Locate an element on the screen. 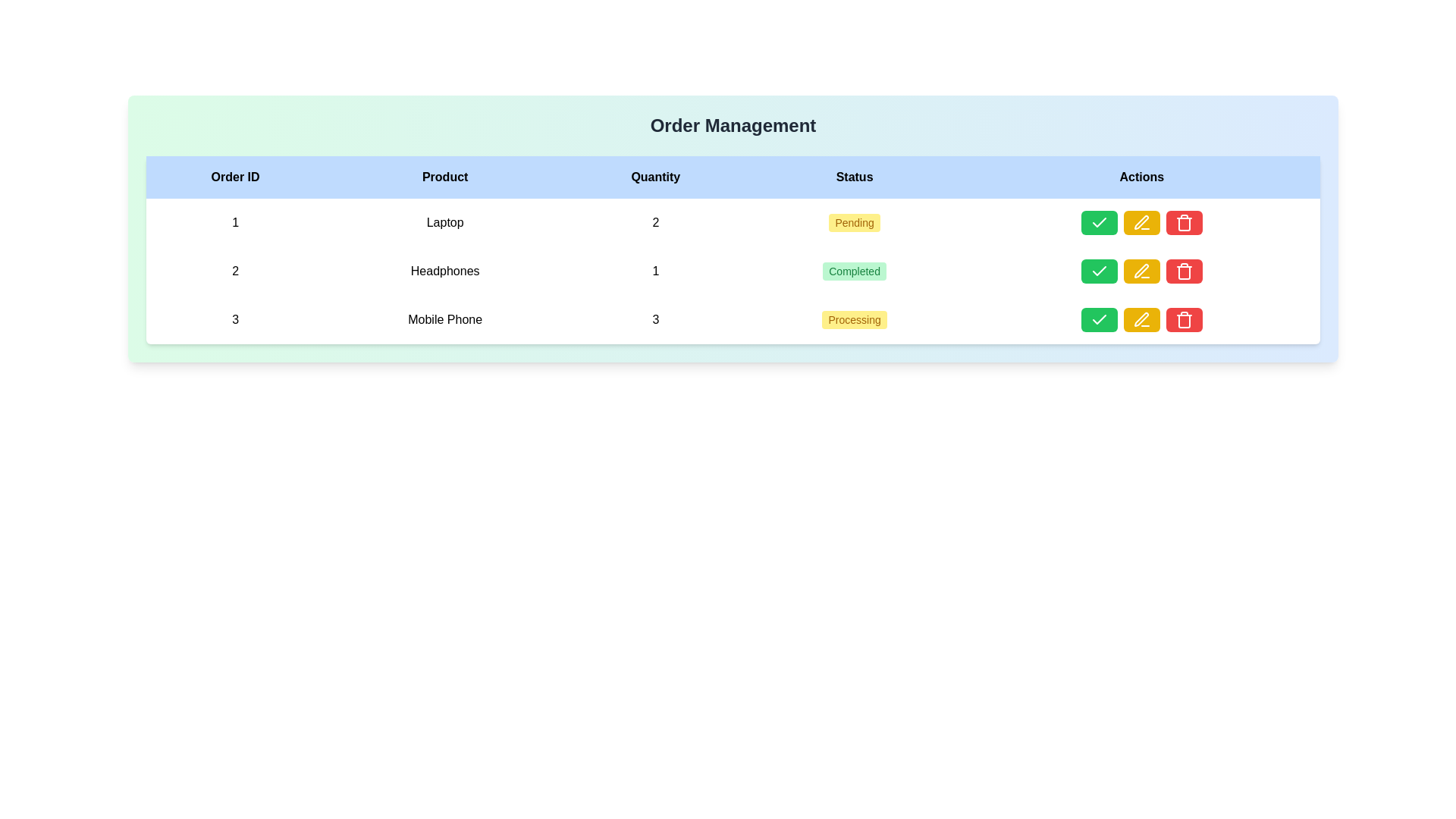 This screenshot has height=819, width=1456. the green checkmark icon located in the Actions column of the second row to confirm the action is located at coordinates (1099, 222).